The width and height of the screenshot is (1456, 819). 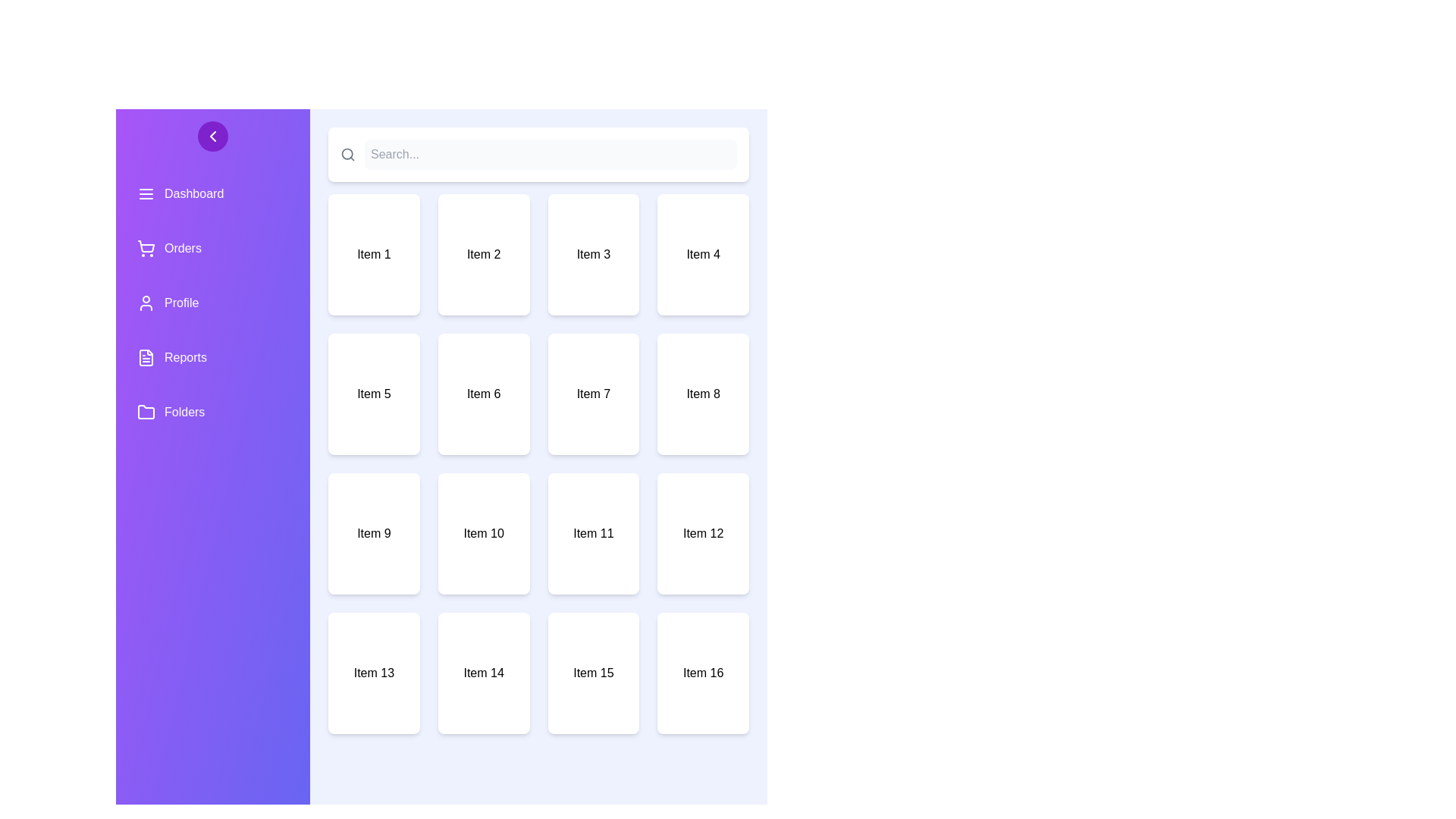 I want to click on the sidebar menu item labeled Folders to navigate to its section, so click(x=212, y=412).